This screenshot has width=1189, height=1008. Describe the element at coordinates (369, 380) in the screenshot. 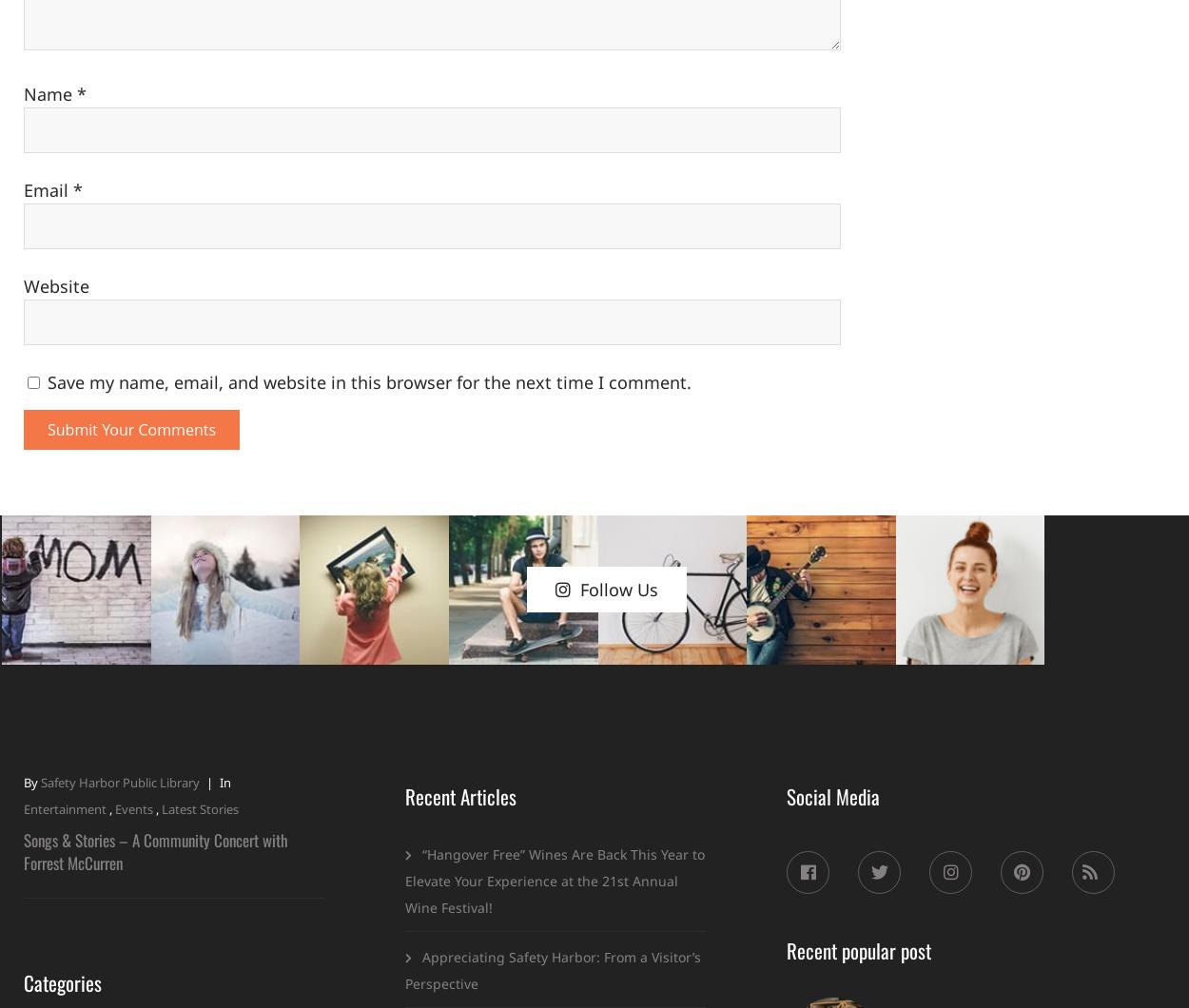

I see `'Save my name, email, and website in this browser for the next time I comment.'` at that location.